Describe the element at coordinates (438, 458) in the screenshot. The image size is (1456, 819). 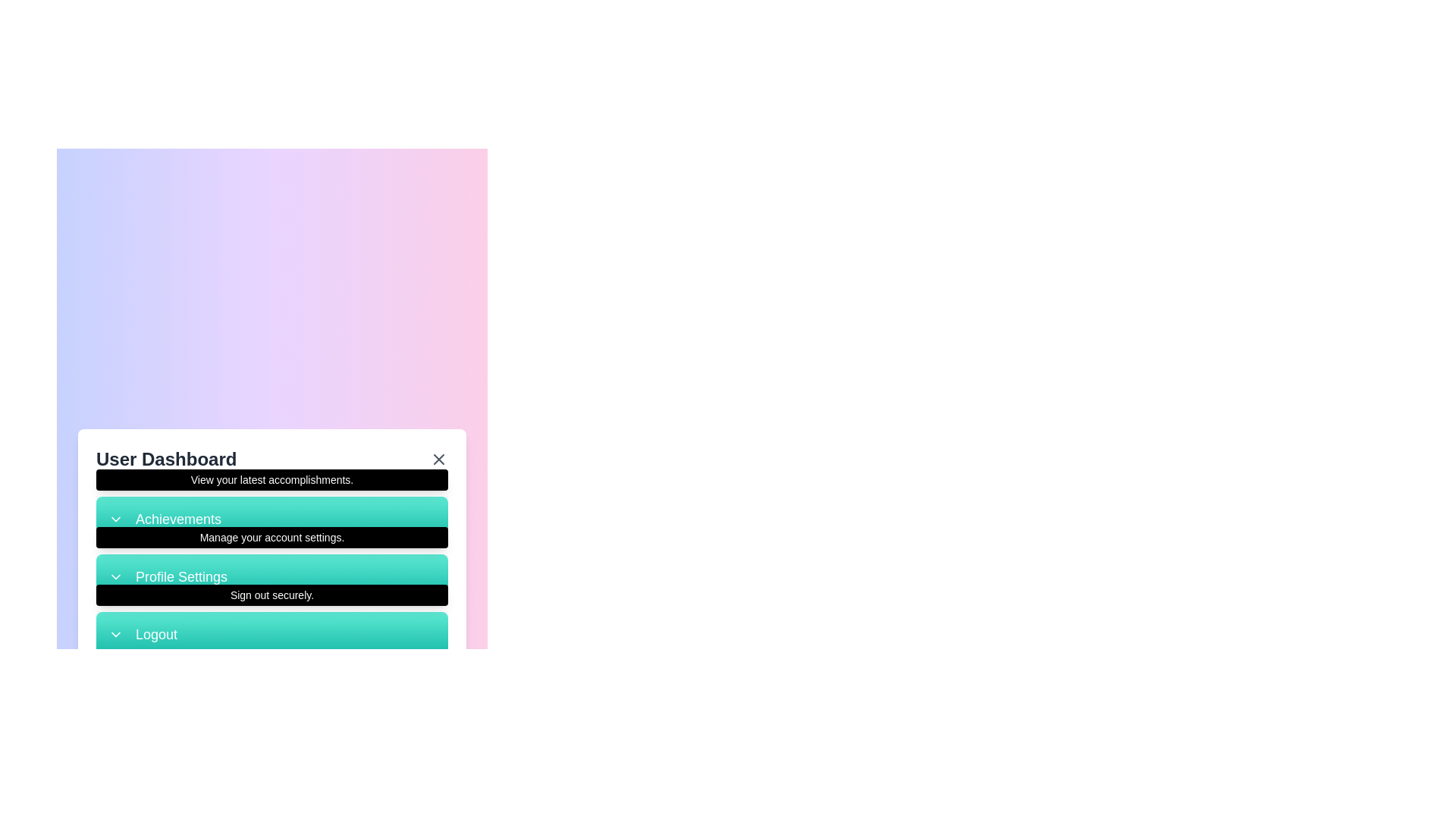
I see `the small button with an 'X' icon in the top-right corner of the 'User Dashboard' header` at that location.